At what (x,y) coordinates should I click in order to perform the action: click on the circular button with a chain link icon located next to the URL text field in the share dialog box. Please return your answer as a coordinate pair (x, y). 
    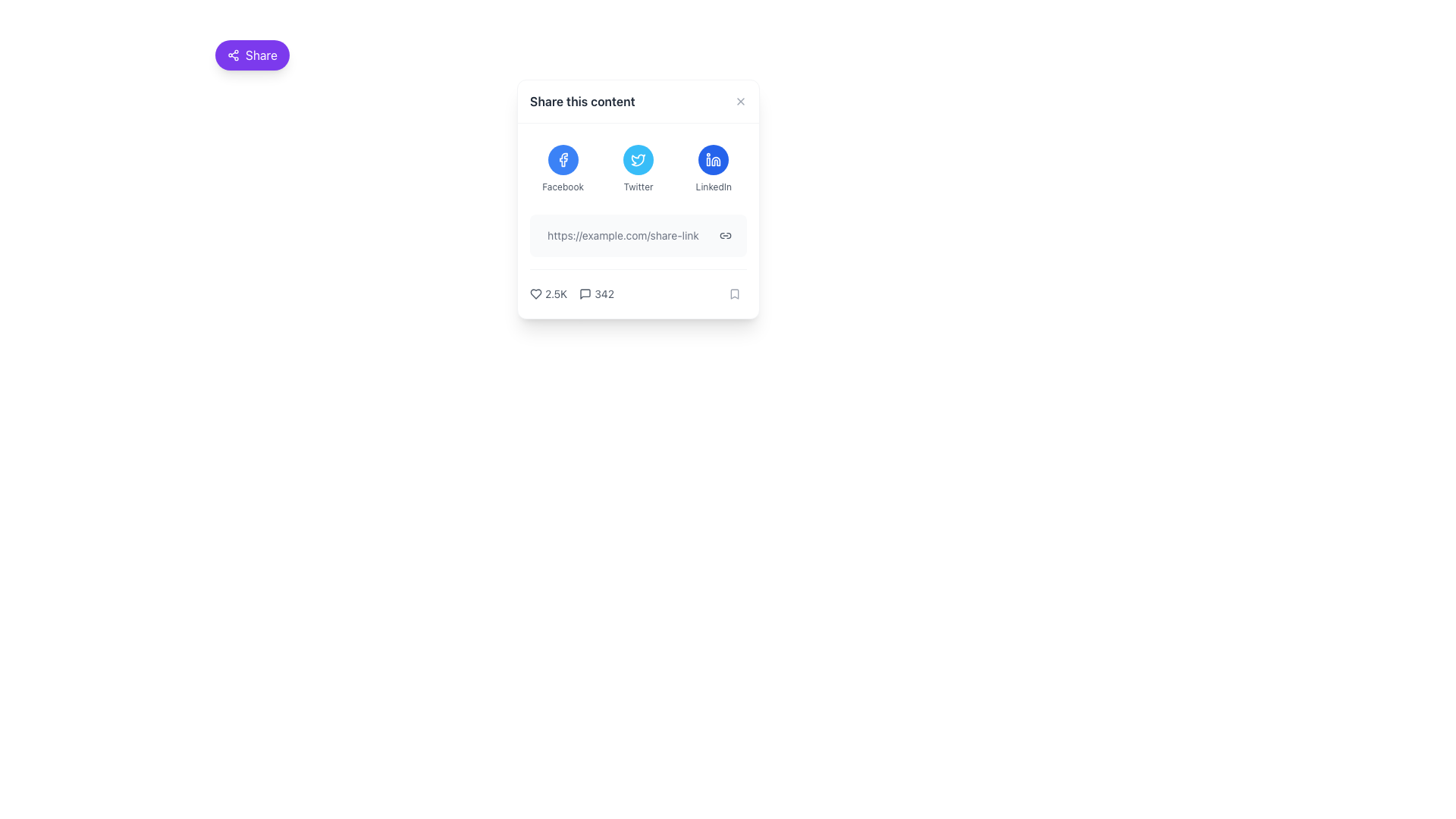
    Looking at the image, I should click on (724, 236).